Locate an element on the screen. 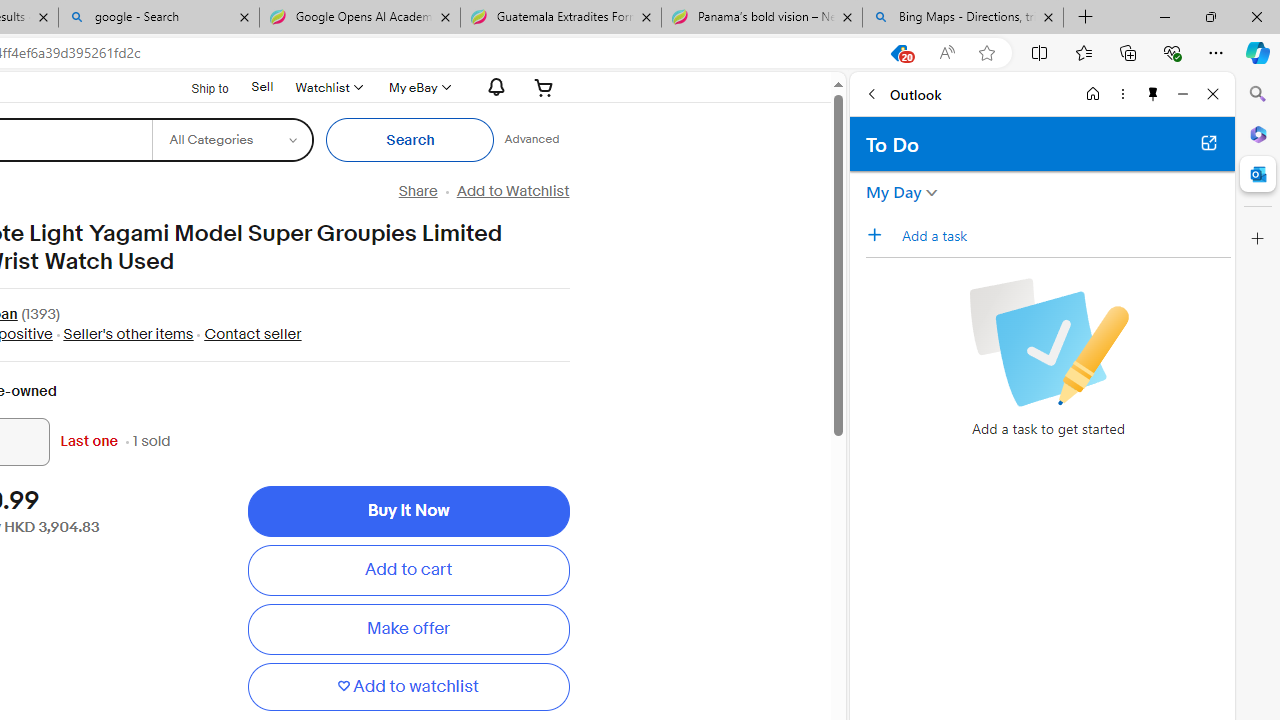 The image size is (1280, 720). 'Contact seller' is located at coordinates (251, 333).